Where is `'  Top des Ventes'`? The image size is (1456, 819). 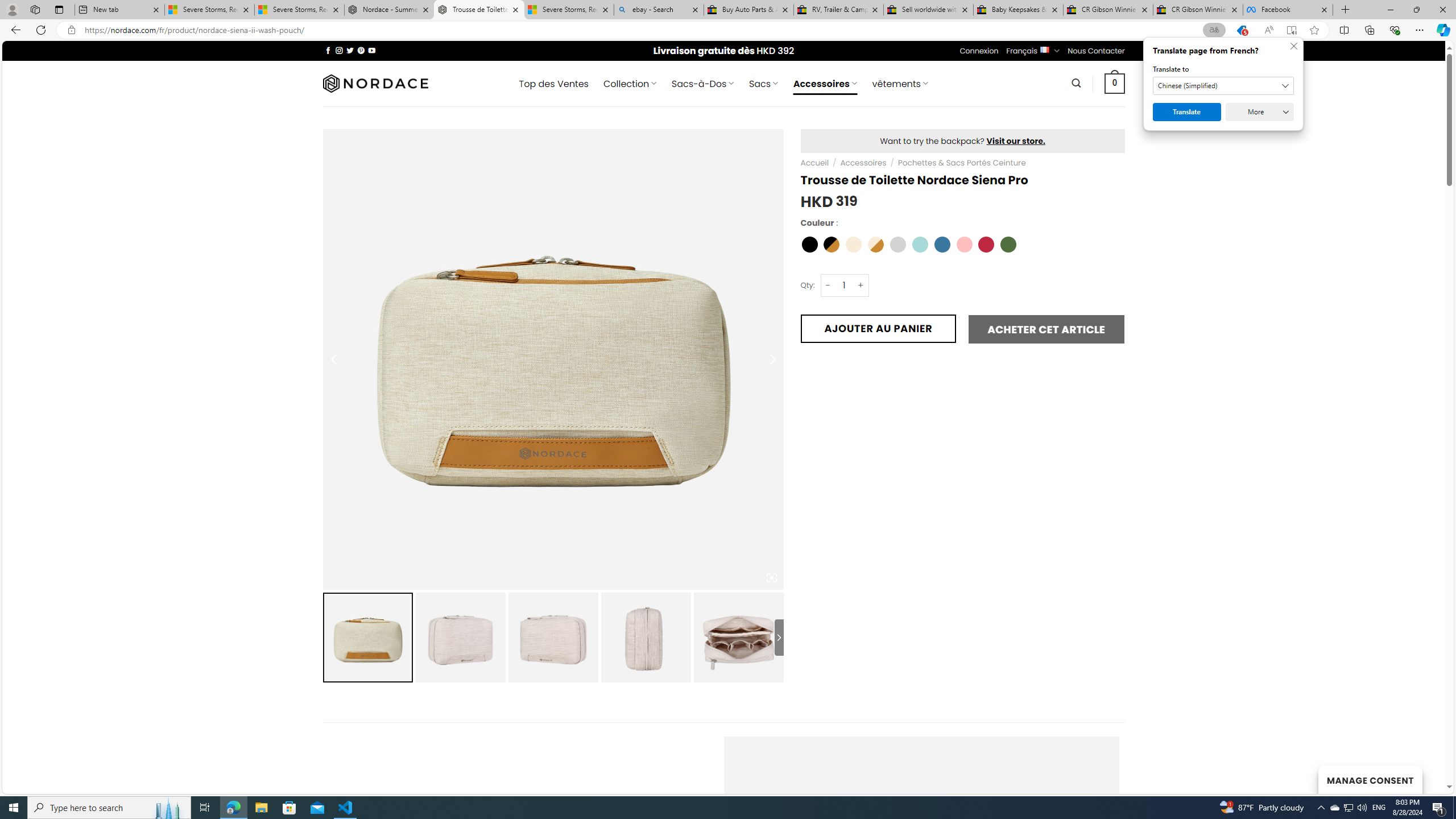 '  Top des Ventes' is located at coordinates (552, 83).